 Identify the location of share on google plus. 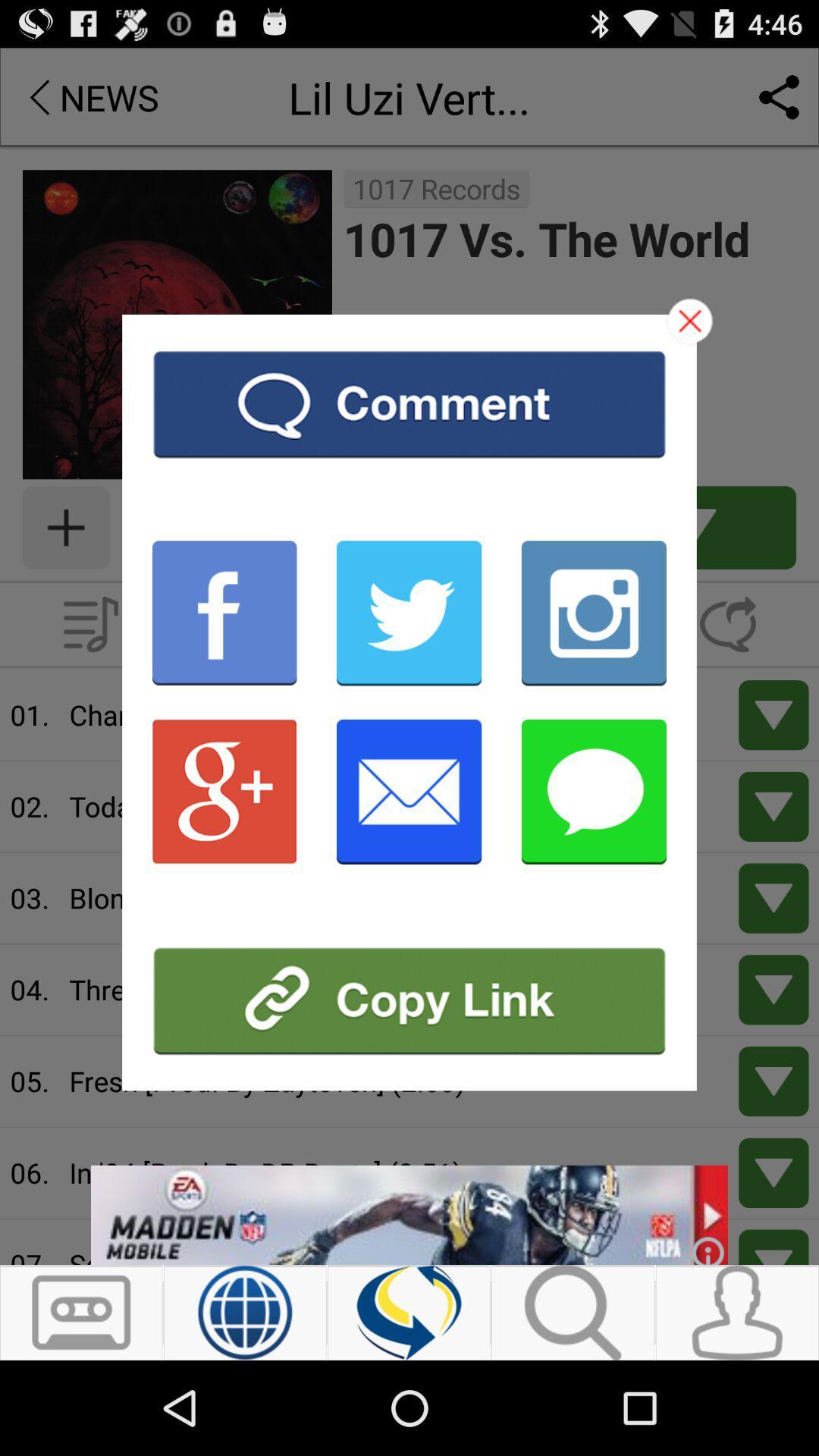
(224, 790).